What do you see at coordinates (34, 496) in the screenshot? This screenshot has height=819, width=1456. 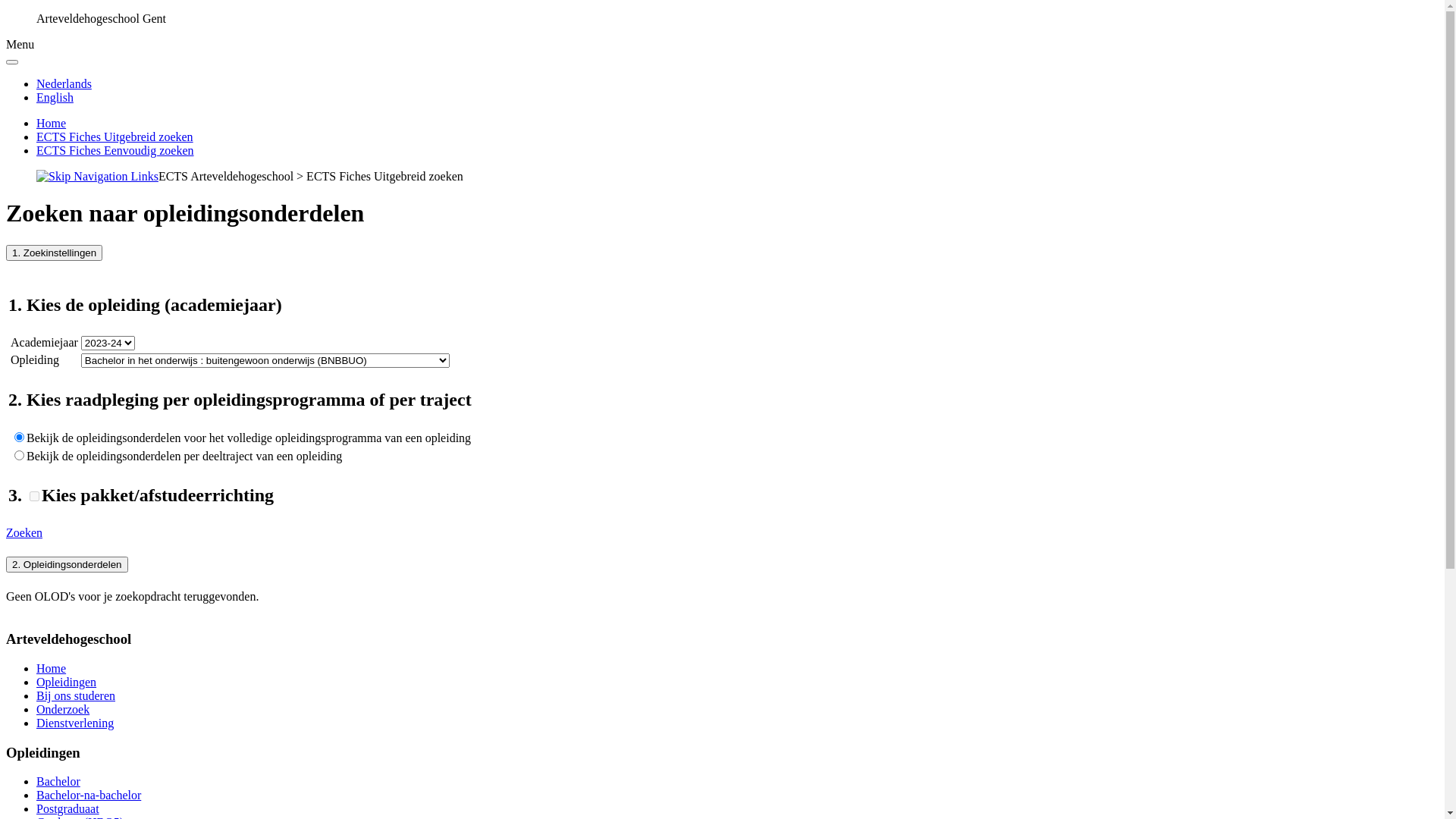 I see `'on'` at bounding box center [34, 496].